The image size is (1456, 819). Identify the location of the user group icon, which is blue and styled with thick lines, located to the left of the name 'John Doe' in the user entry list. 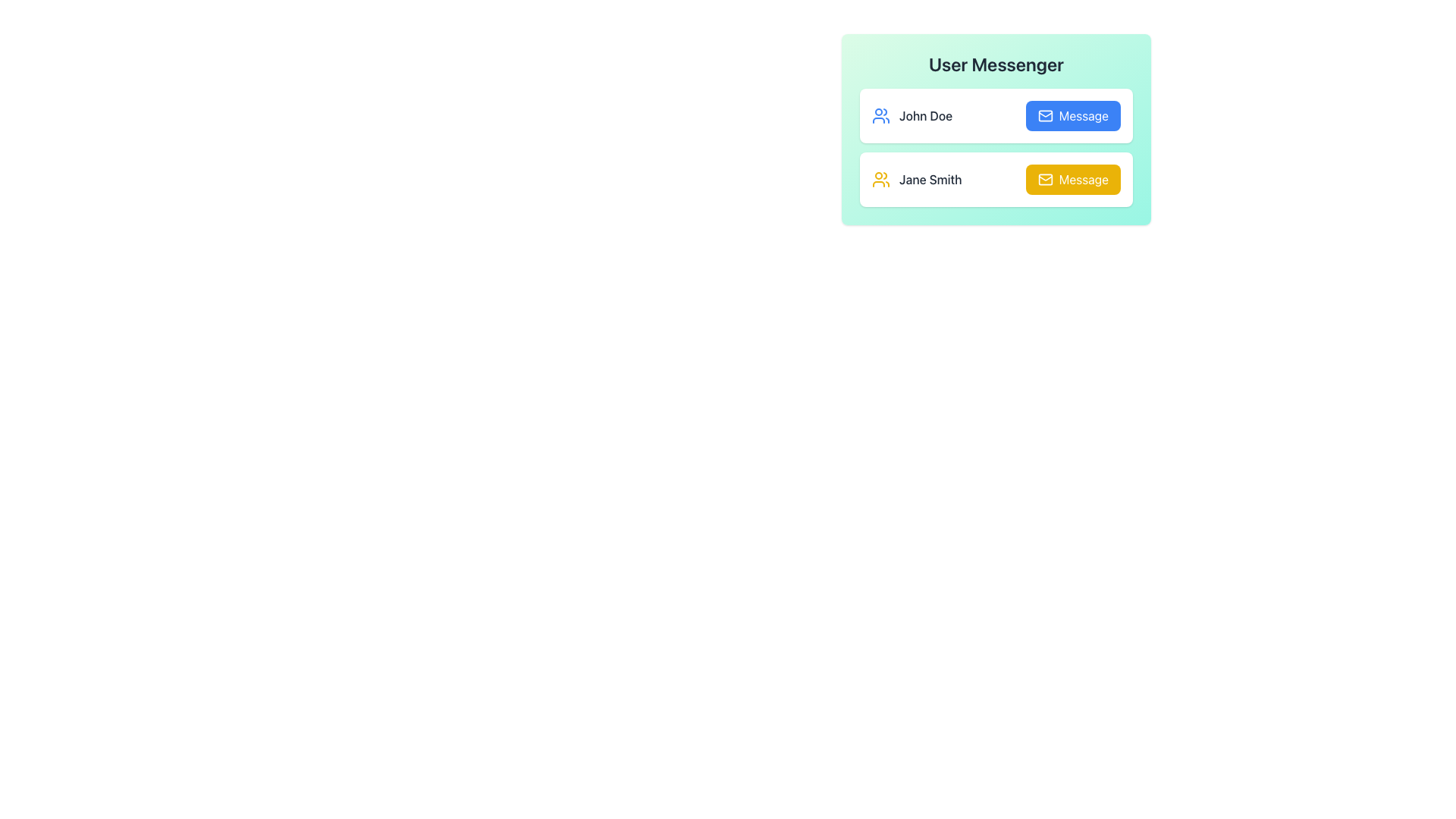
(880, 115).